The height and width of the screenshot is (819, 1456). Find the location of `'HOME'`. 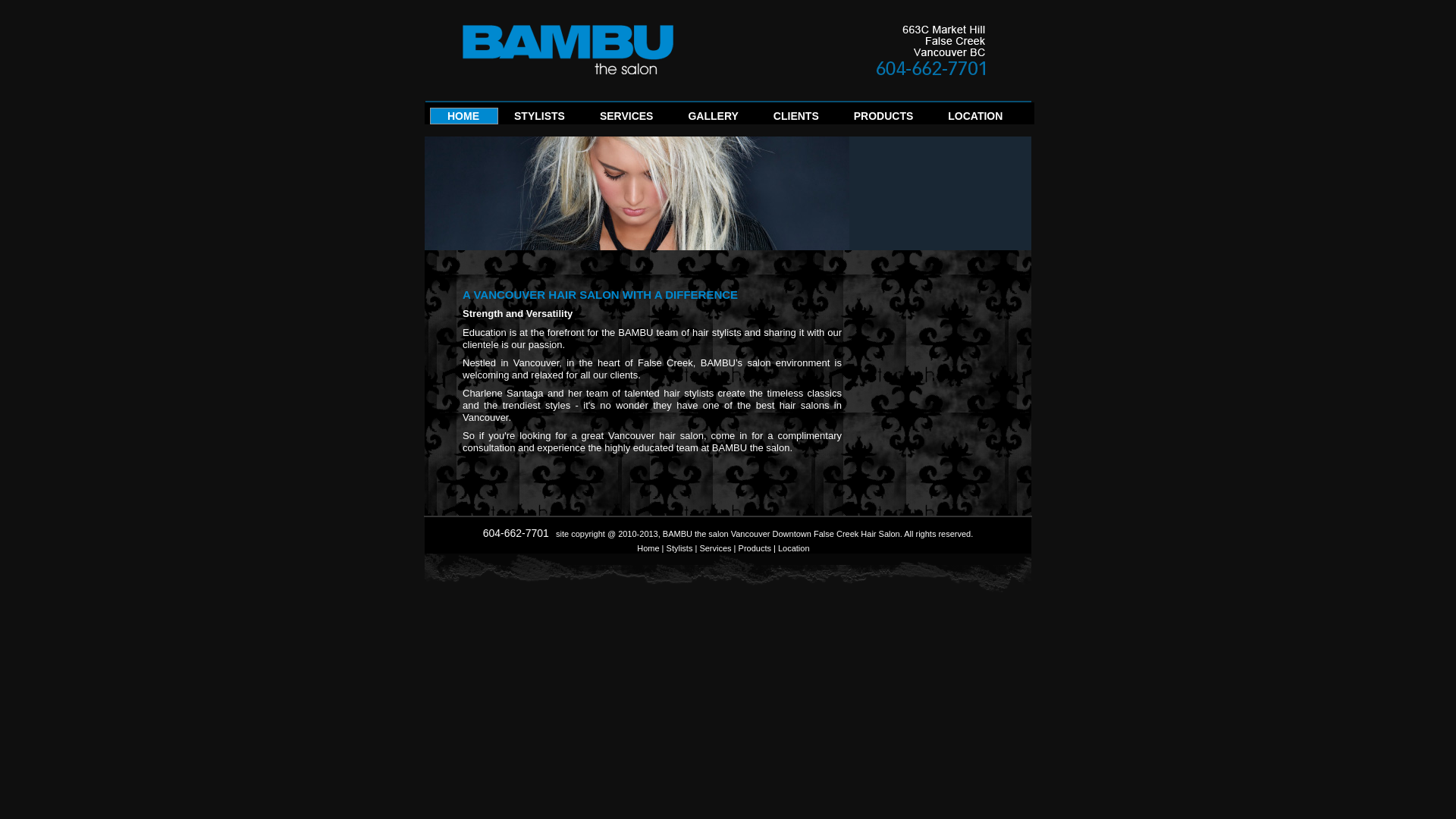

'HOME' is located at coordinates (462, 120).